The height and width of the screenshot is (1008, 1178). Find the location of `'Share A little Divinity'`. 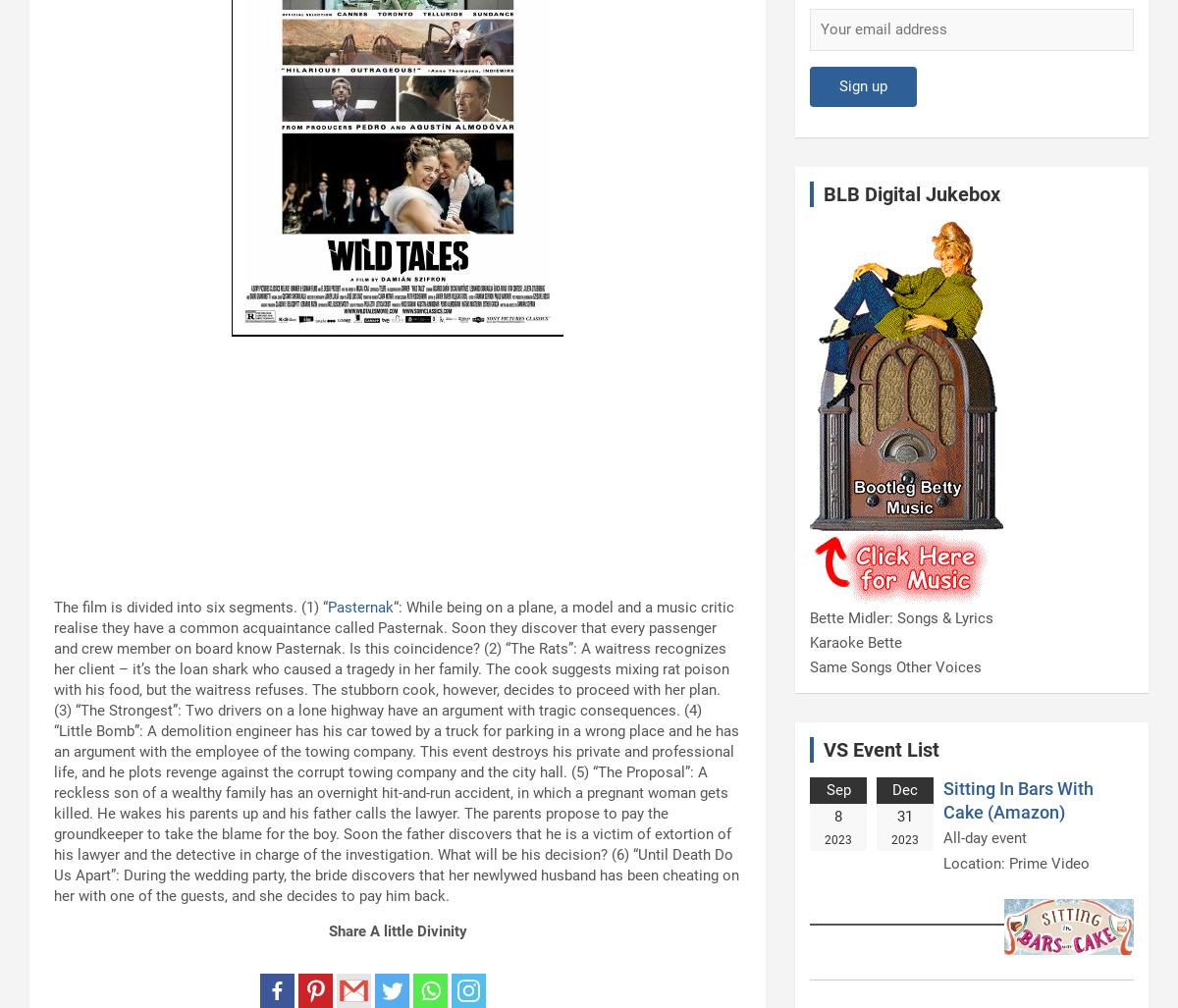

'Share A little Divinity' is located at coordinates (327, 931).